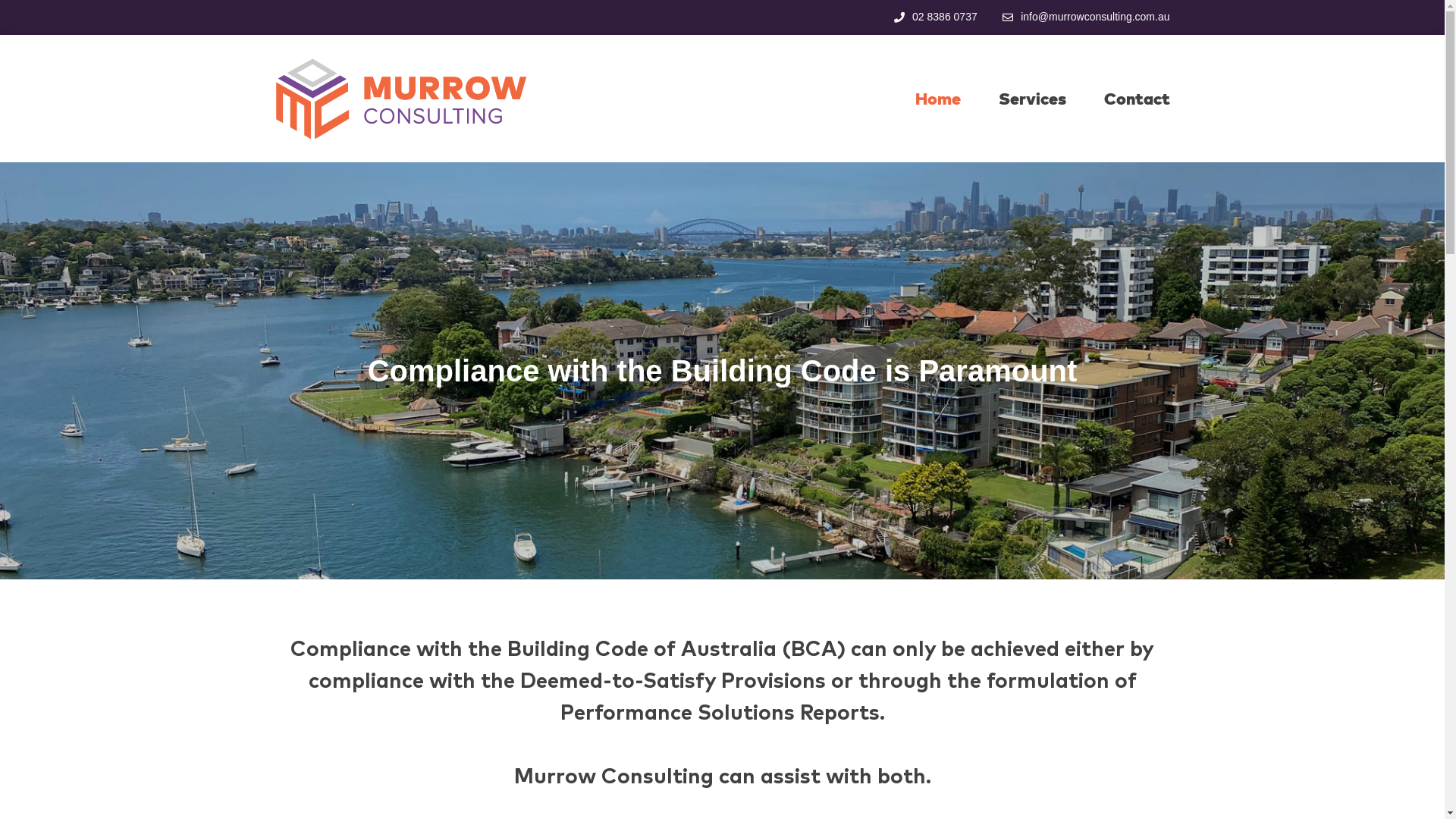  Describe the element at coordinates (997, 99) in the screenshot. I see `'Services'` at that location.